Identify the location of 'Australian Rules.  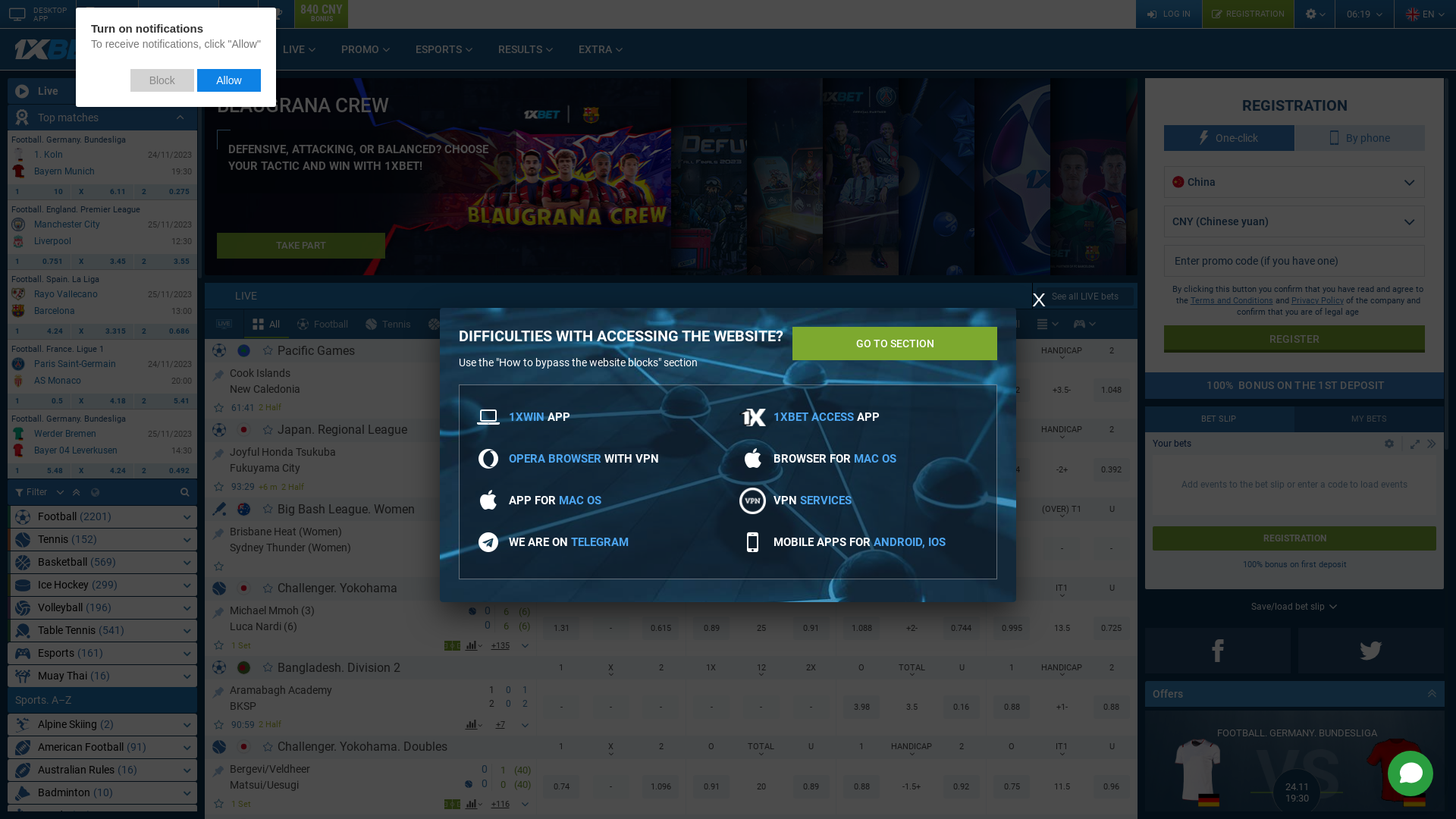
(101, 770).